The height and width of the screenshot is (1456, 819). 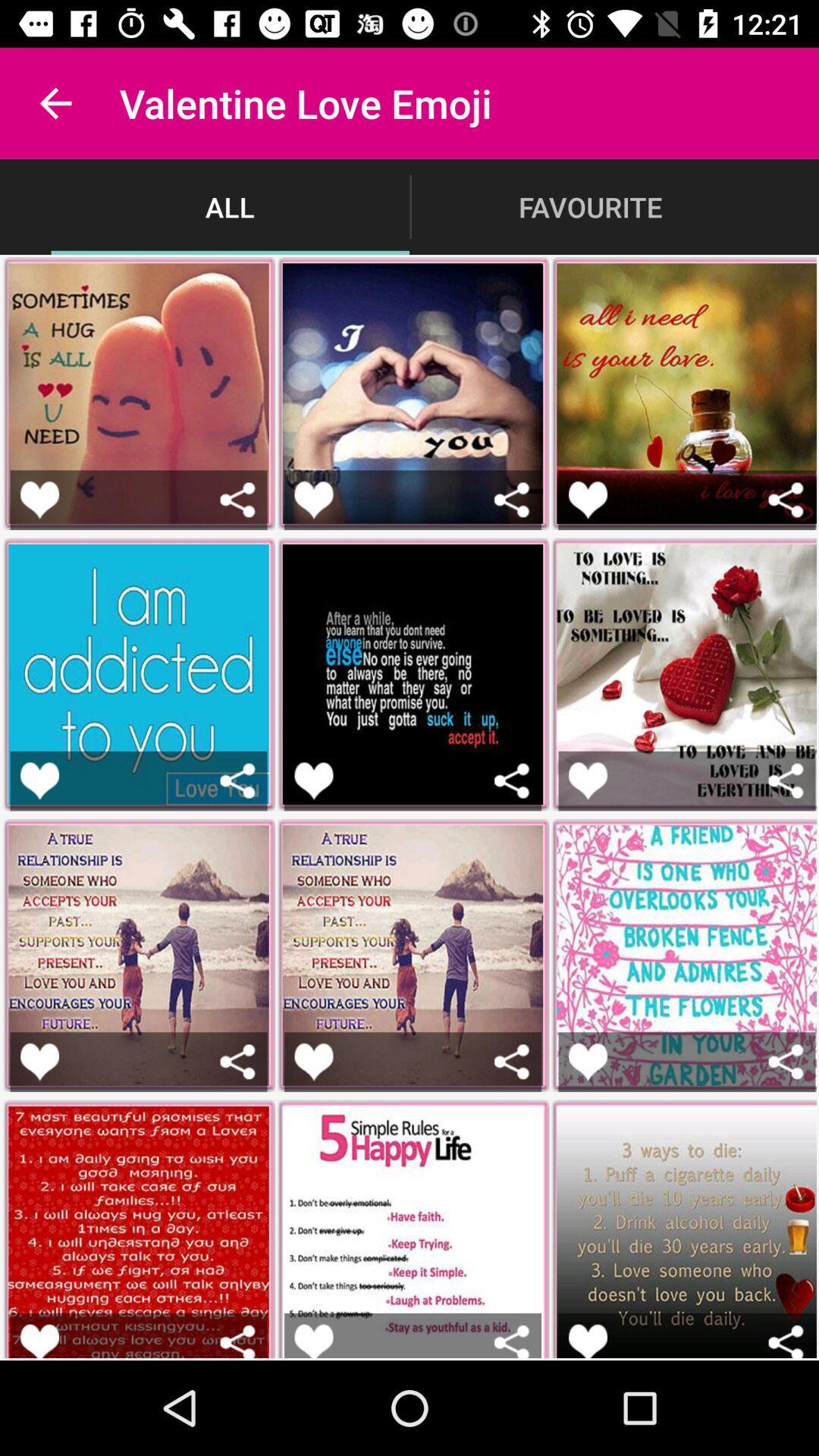 What do you see at coordinates (312, 1341) in the screenshot?
I see `like 5 simple rules for a happy life` at bounding box center [312, 1341].